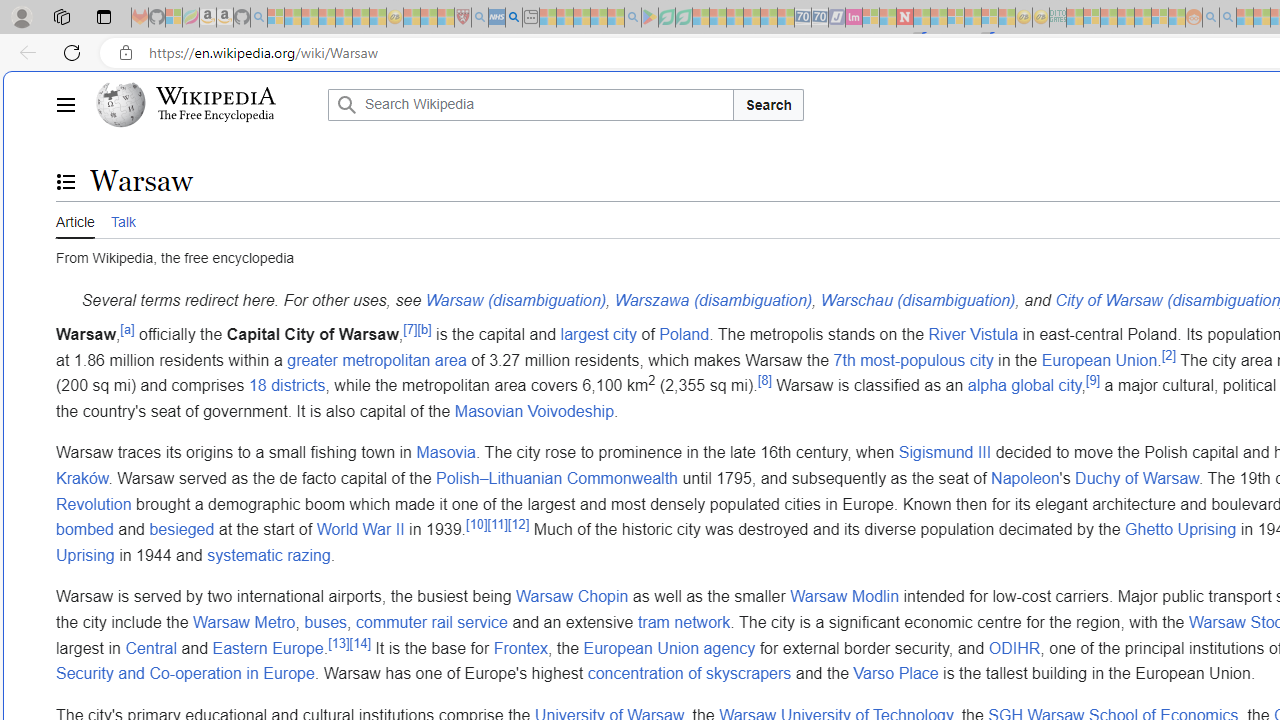 Image resolution: width=1280 pixels, height=720 pixels. Describe the element at coordinates (944, 453) in the screenshot. I see `'Sigismund III'` at that location.